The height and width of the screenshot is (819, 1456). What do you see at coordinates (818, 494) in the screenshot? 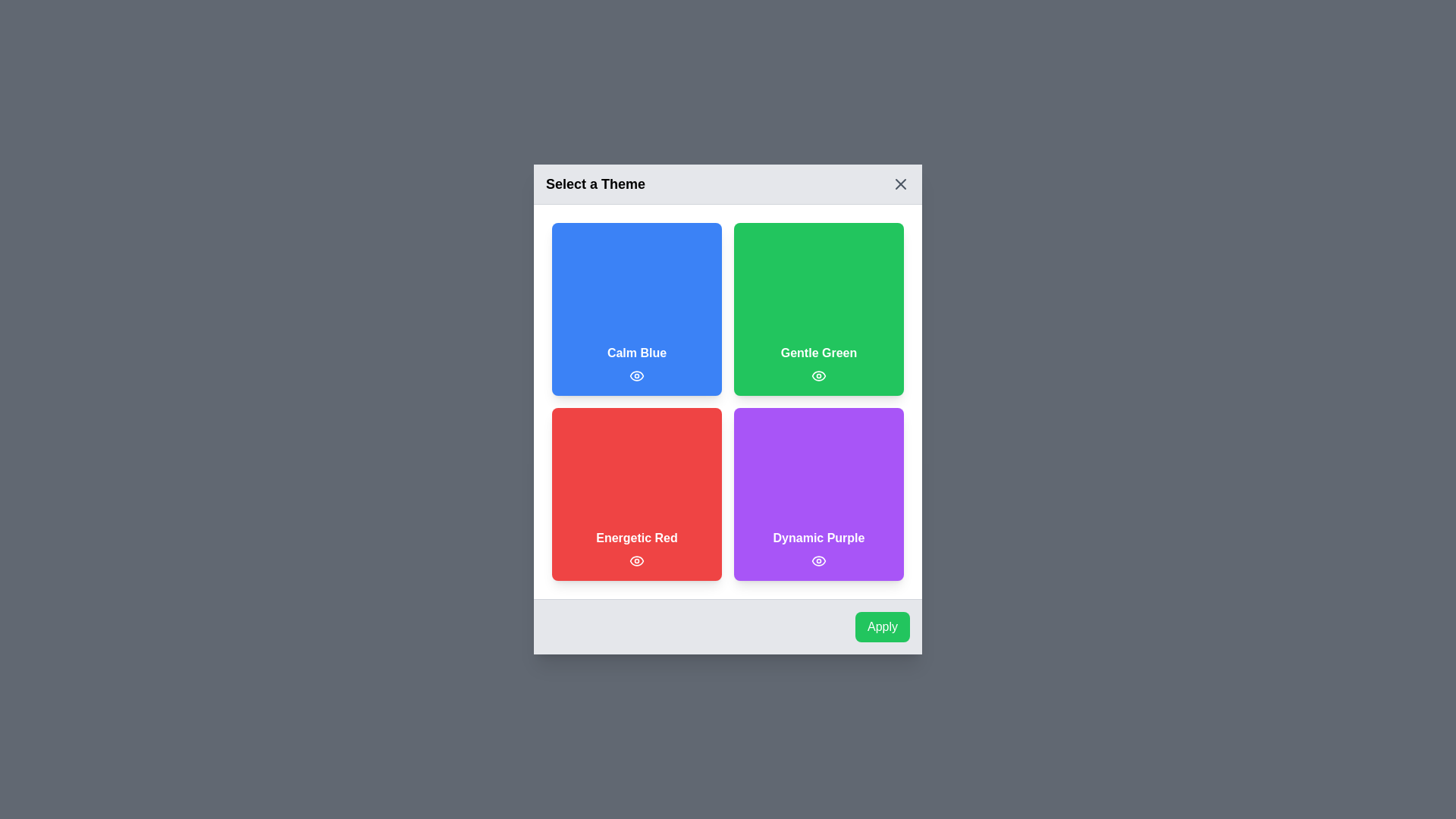
I see `the theme Dynamic Purple by clicking on its respective area` at bounding box center [818, 494].